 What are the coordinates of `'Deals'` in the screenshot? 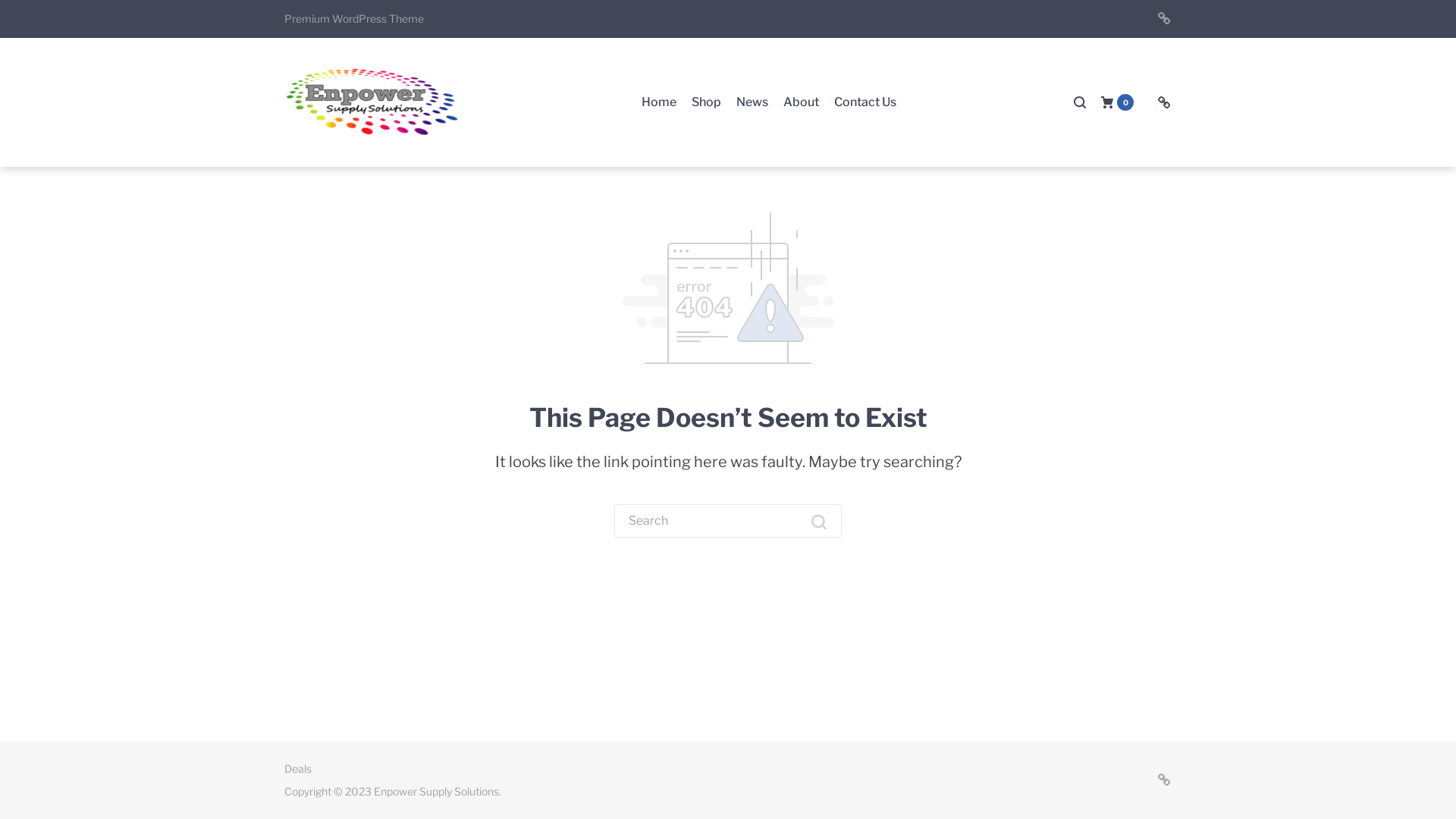 It's located at (1156, 18).